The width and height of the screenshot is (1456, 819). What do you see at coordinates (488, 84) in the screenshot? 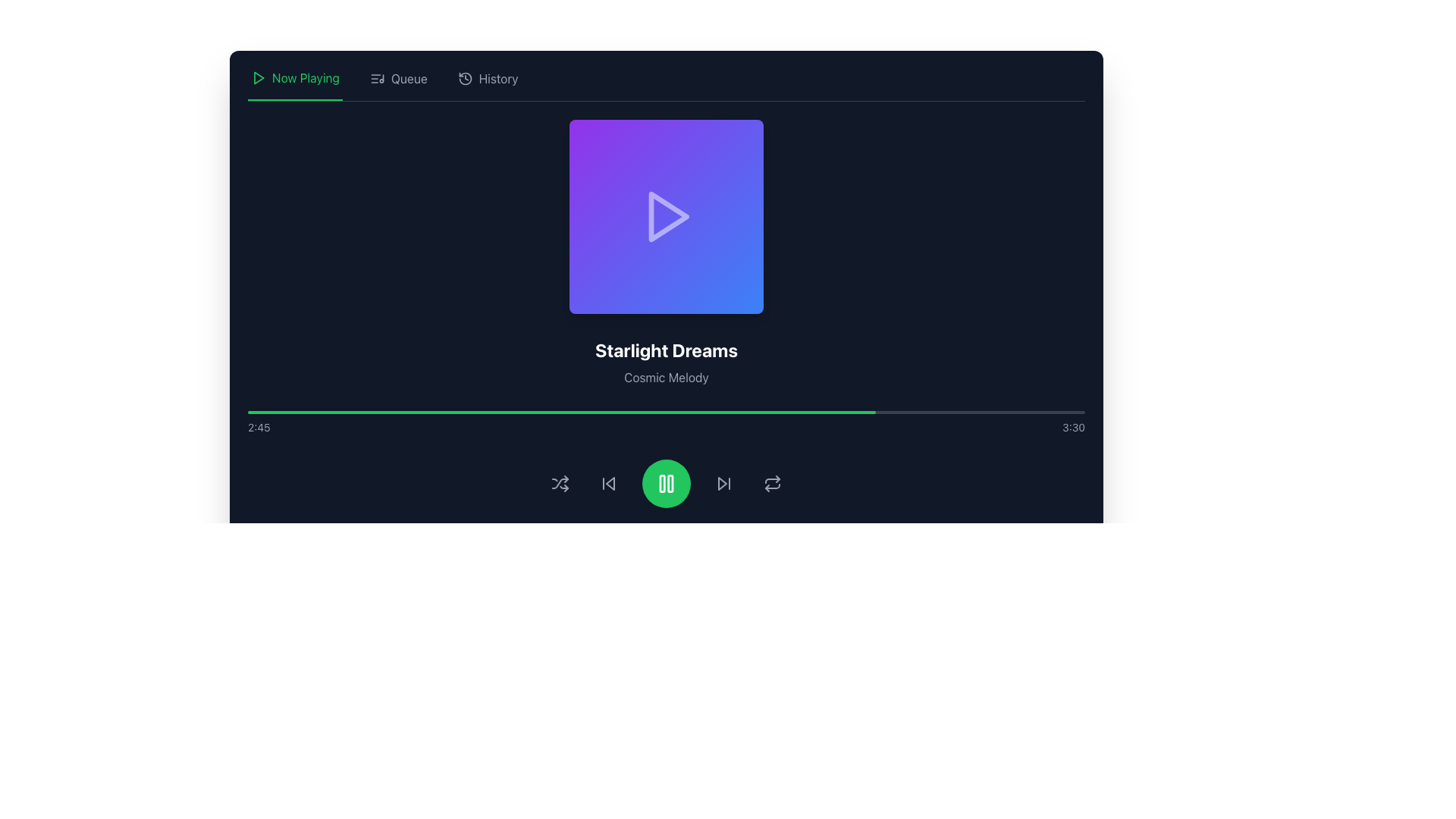
I see `the 'History' navigation menu item, which includes a clock icon and the label 'History'` at bounding box center [488, 84].